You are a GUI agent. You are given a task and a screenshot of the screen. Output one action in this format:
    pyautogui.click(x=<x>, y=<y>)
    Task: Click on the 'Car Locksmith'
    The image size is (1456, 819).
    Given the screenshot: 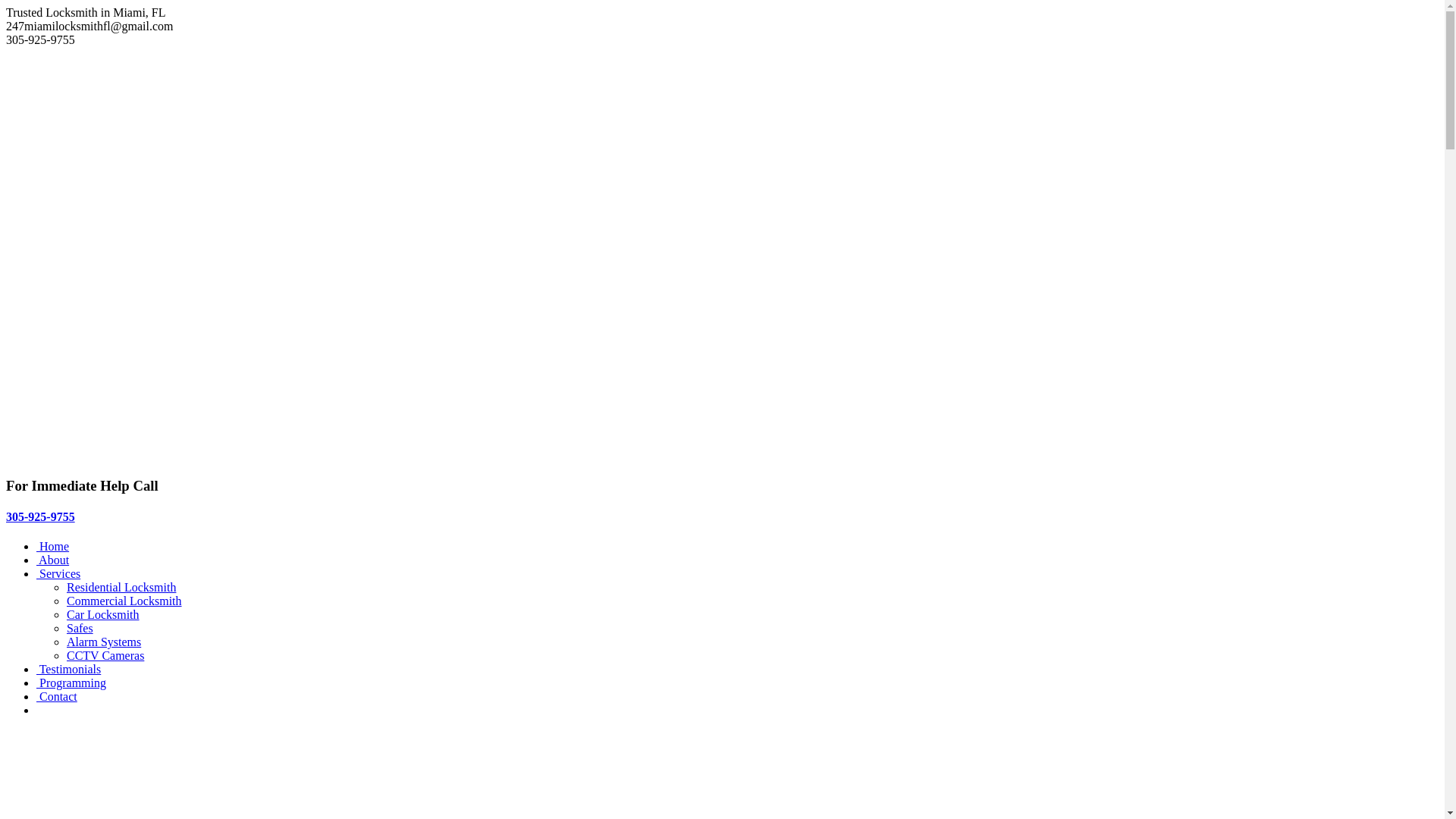 What is the action you would take?
    pyautogui.click(x=65, y=614)
    